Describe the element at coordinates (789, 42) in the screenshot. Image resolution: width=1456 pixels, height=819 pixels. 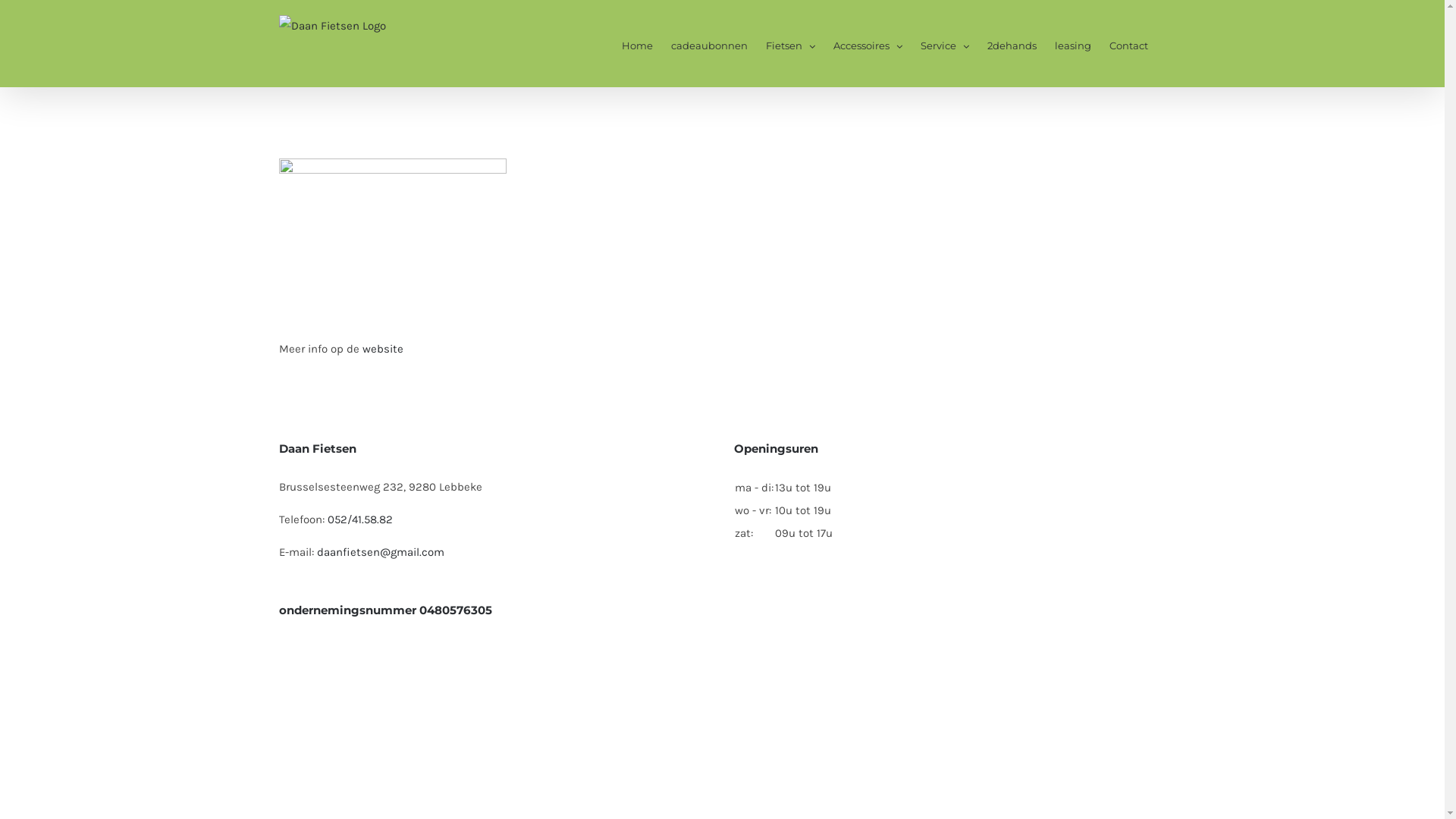
I see `'Fietsen'` at that location.